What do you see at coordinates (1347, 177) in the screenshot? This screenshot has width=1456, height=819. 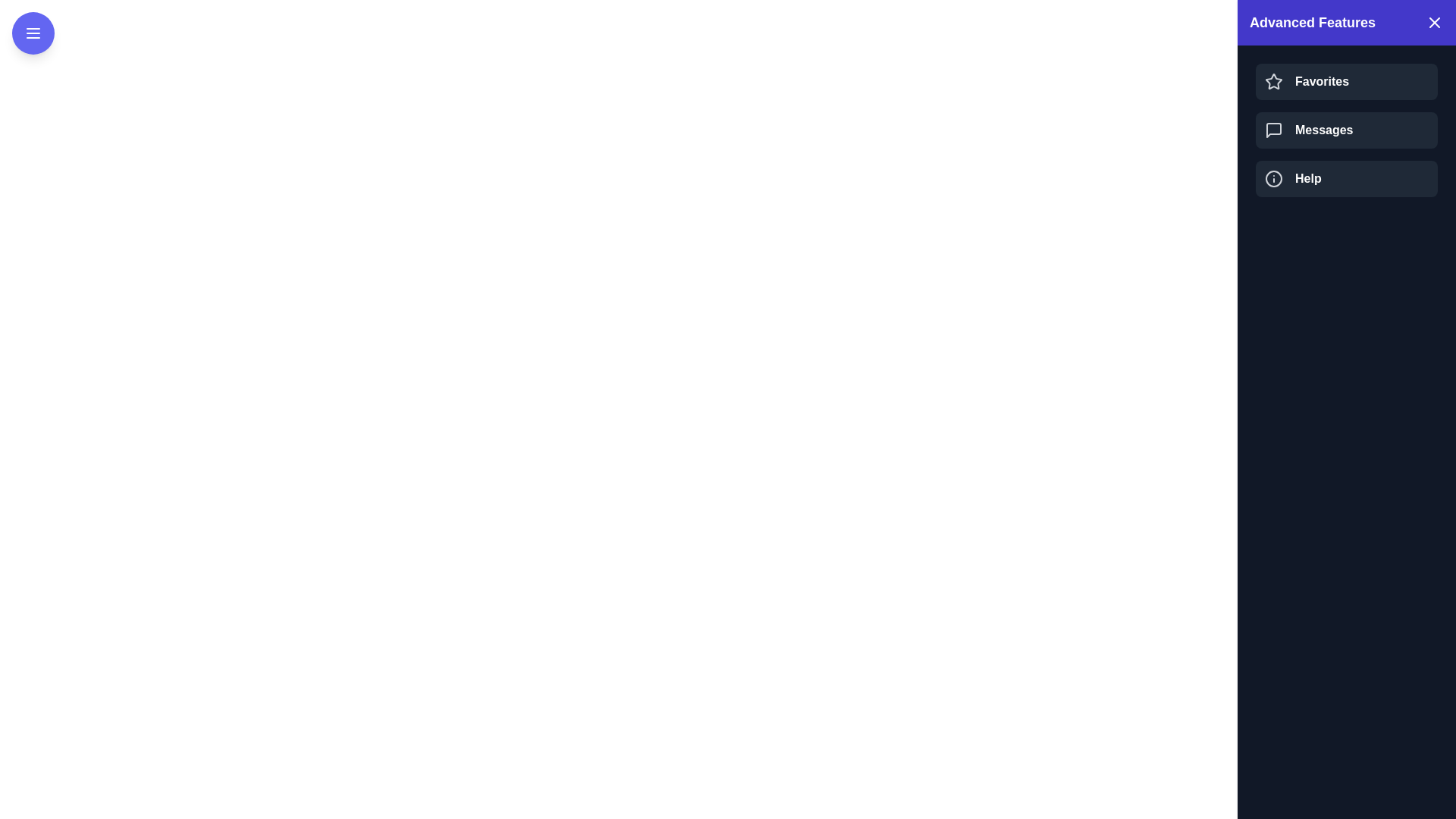 I see `the Help in the drawer by clicking it` at bounding box center [1347, 177].